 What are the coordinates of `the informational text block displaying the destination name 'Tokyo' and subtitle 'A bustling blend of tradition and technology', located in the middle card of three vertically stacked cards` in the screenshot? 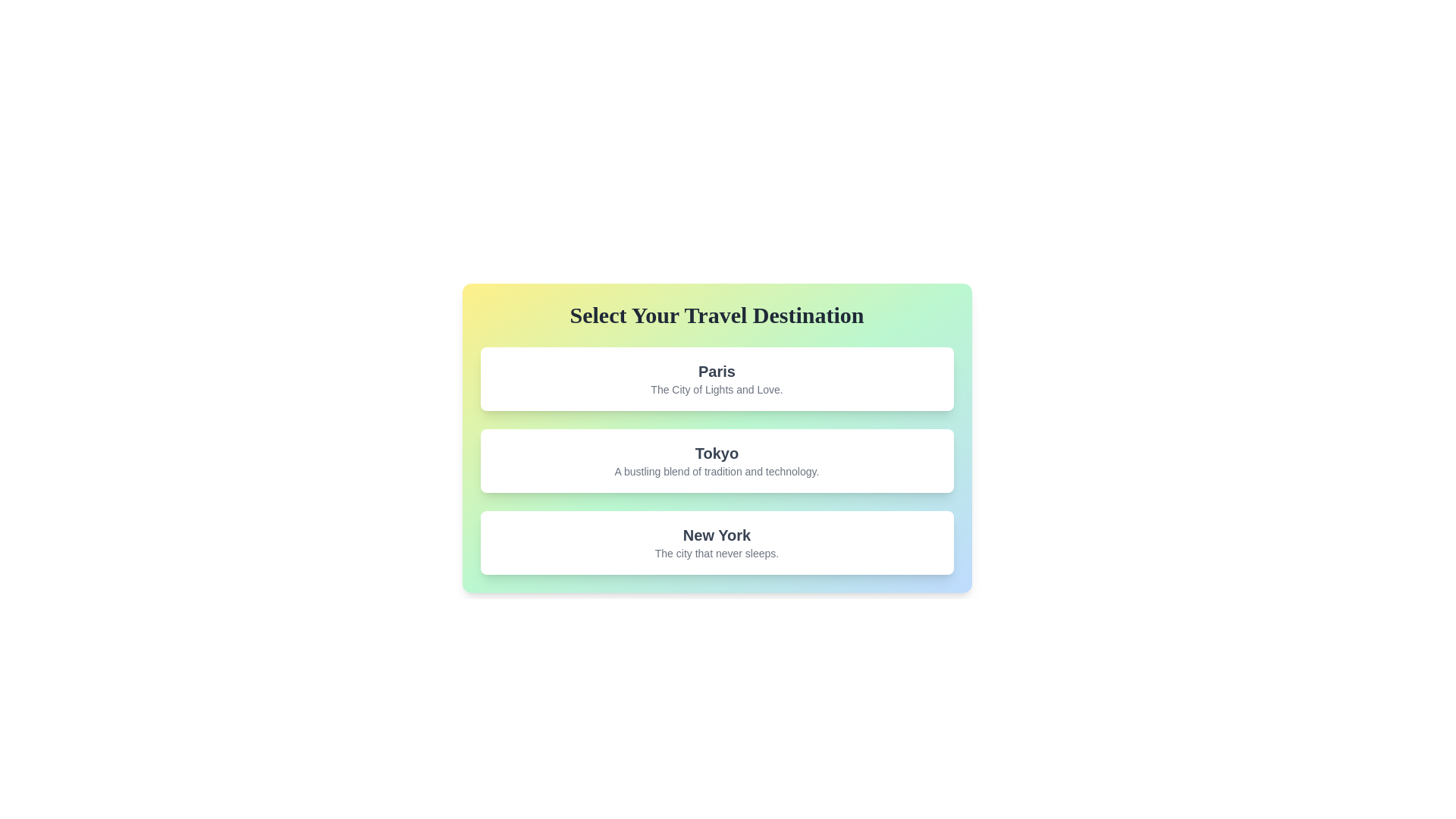 It's located at (716, 460).